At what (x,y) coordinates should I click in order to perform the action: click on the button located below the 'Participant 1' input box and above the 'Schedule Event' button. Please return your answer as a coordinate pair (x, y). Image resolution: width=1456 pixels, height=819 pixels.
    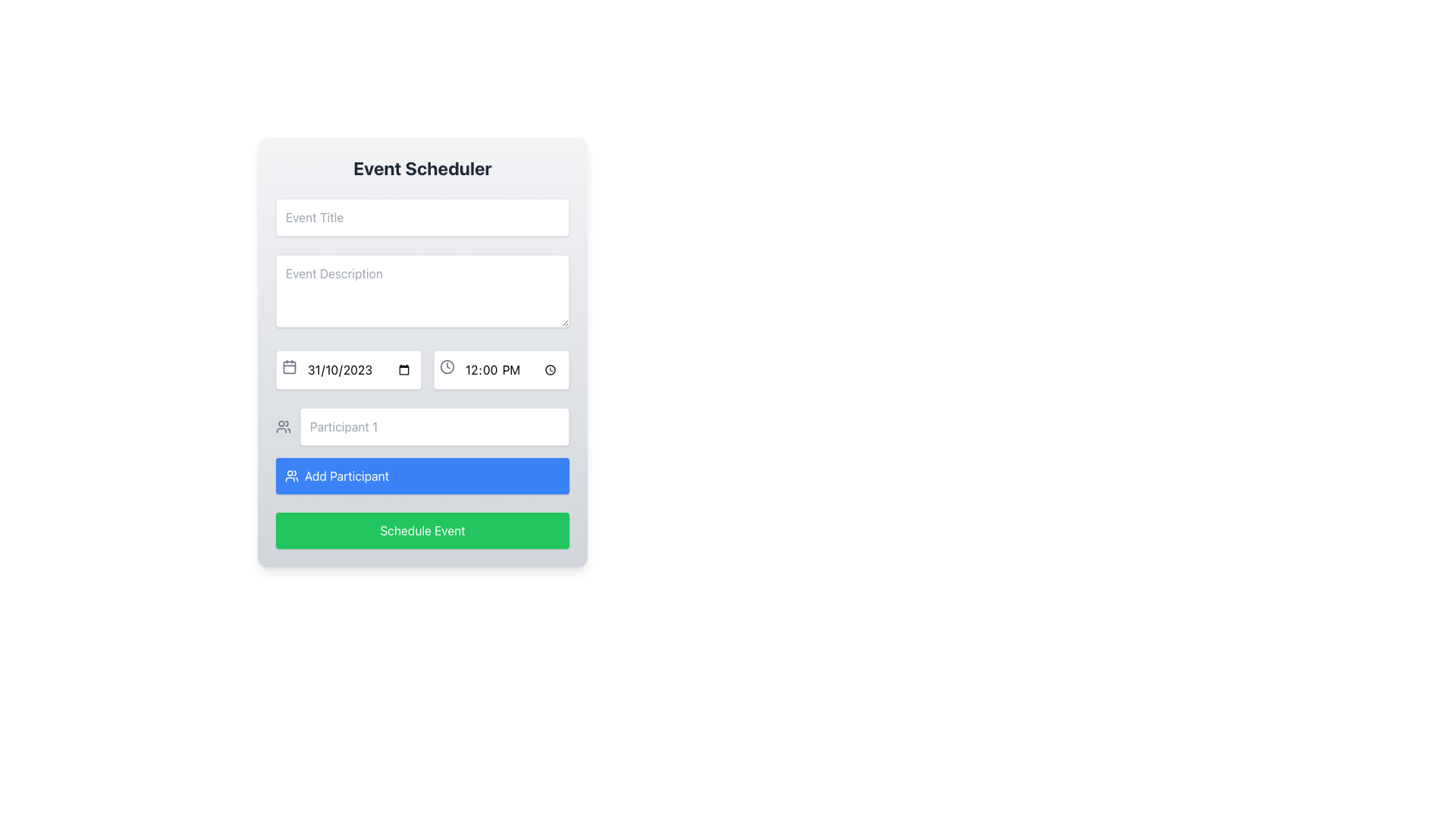
    Looking at the image, I should click on (346, 475).